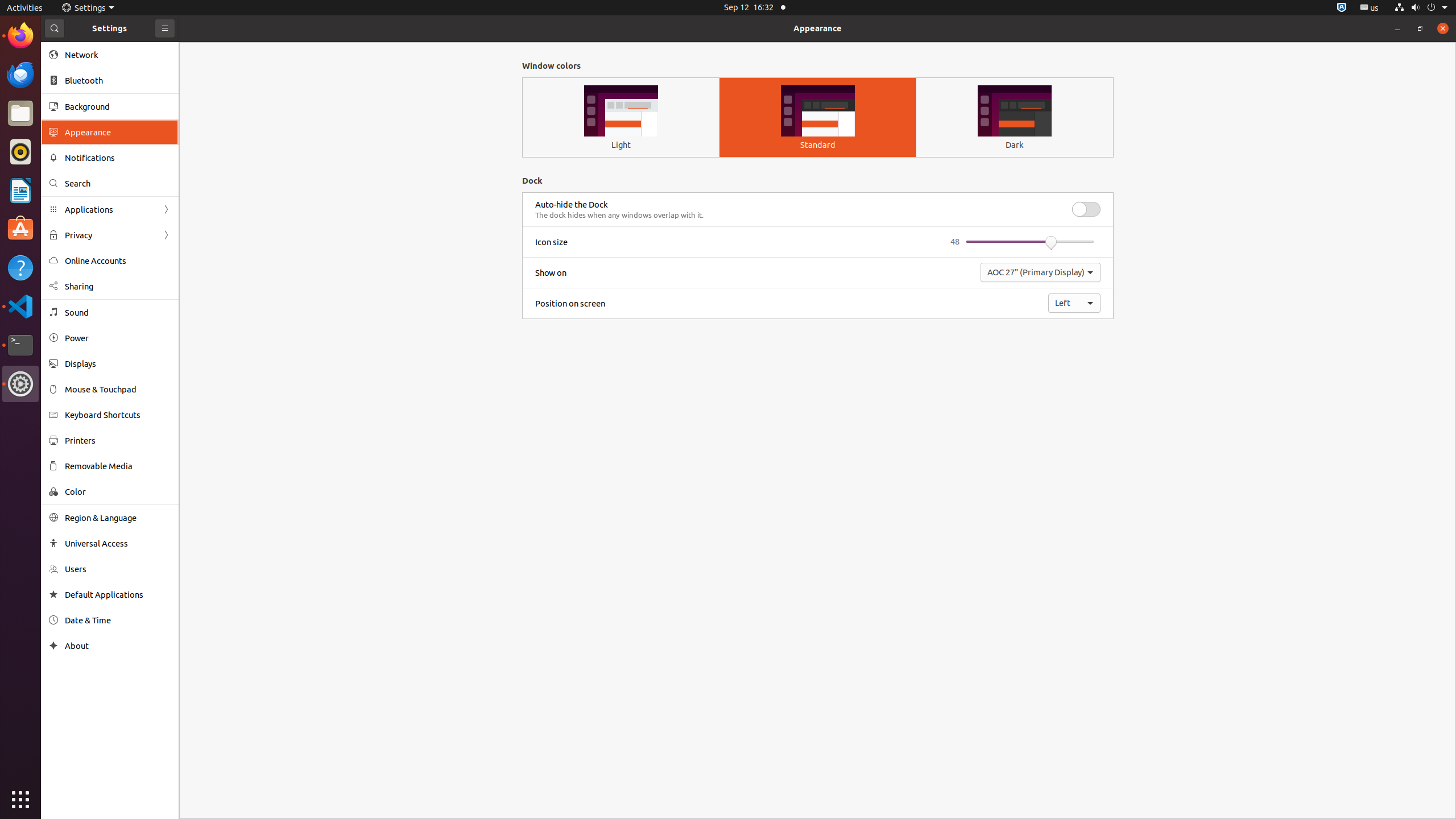 This screenshot has height=819, width=1456. Describe the element at coordinates (118, 440) in the screenshot. I see `'Printers'` at that location.